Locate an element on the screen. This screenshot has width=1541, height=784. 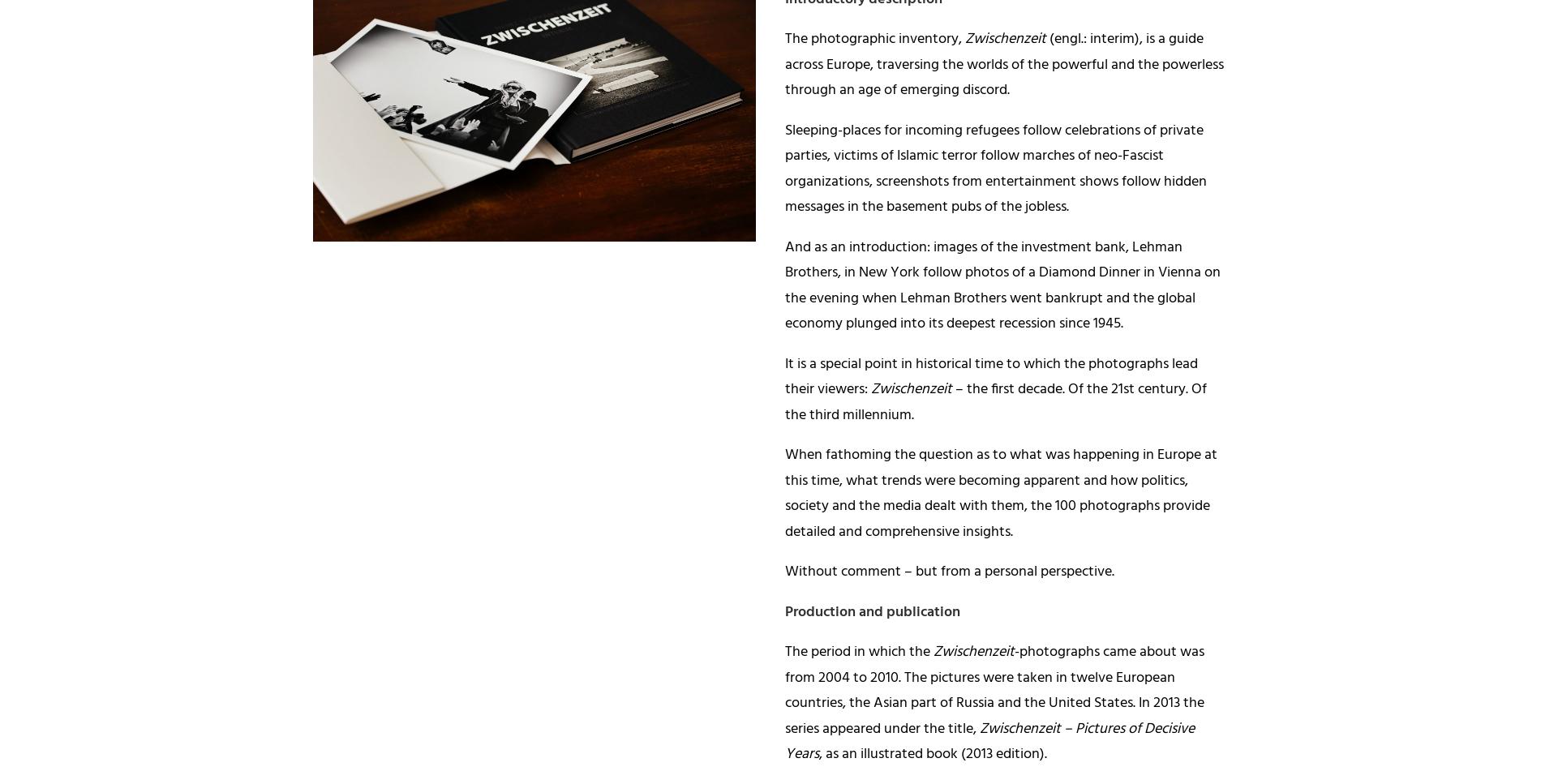
'It is a special point in historical time to which the photographs lead their viewers:' is located at coordinates (990, 376).